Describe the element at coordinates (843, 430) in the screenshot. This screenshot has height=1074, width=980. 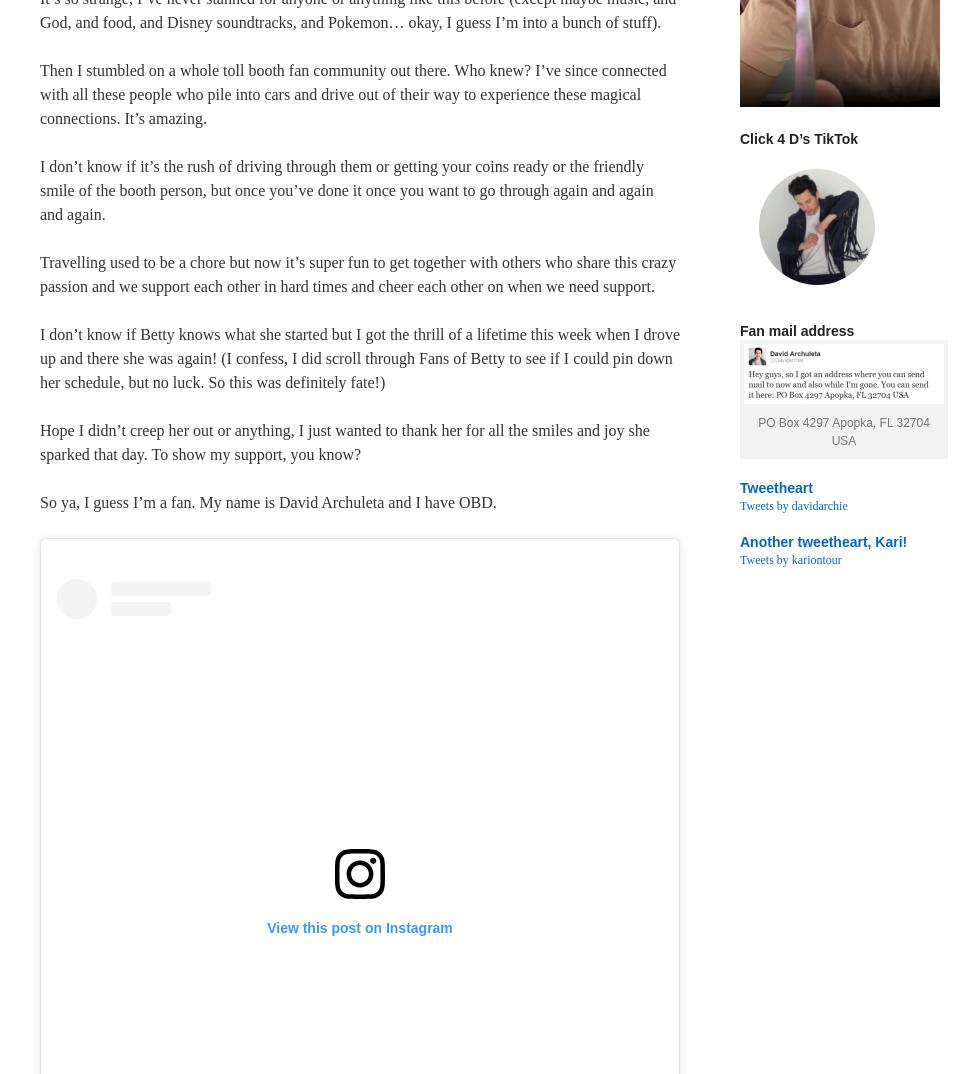
I see `'PO Box 4297 Apopka, FL 32704 USA'` at that location.